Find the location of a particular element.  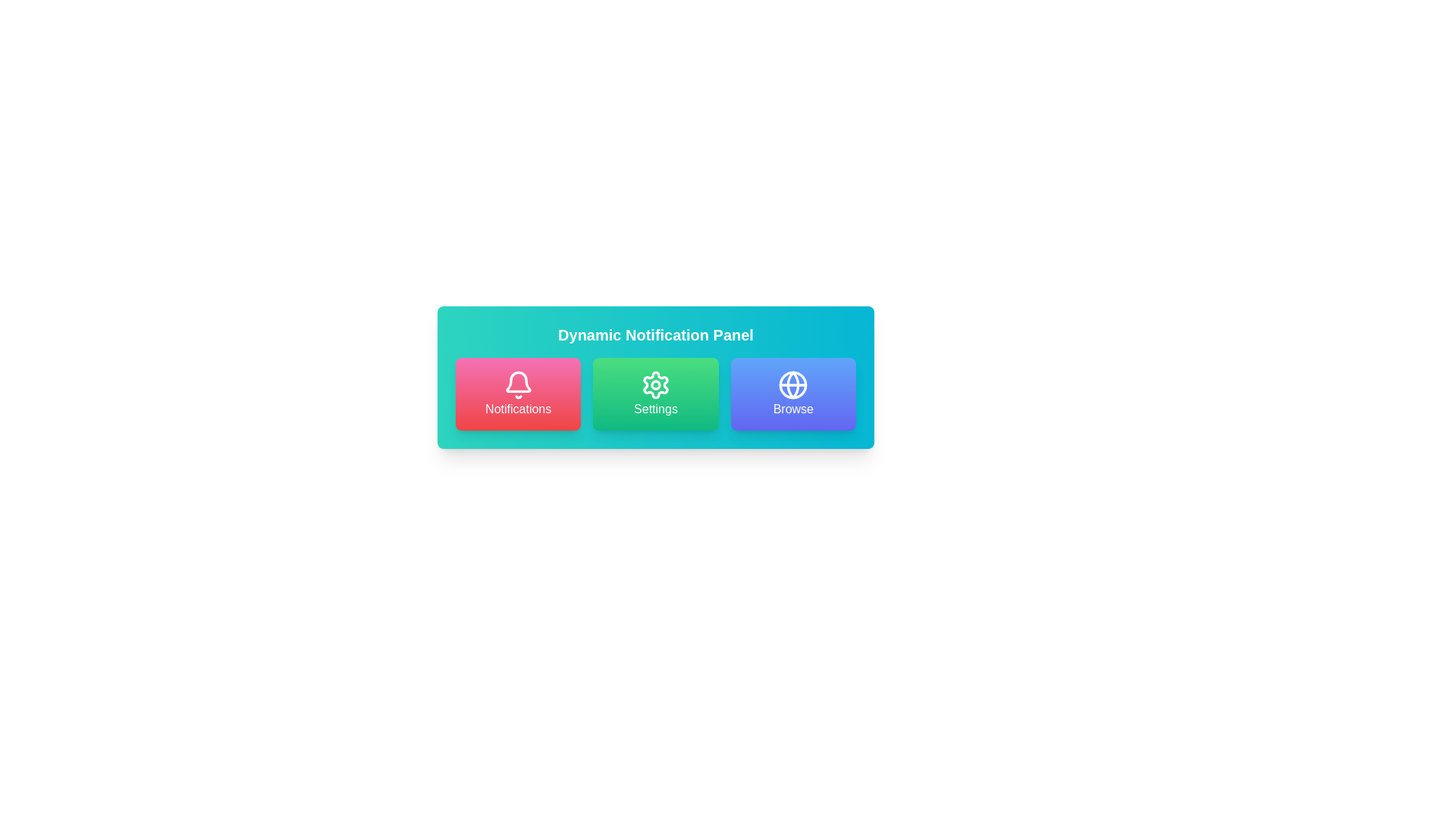

the icon located at the center of the blue rectangle labeled 'Browse', which is the rightmost button in a row of three buttons is located at coordinates (792, 384).